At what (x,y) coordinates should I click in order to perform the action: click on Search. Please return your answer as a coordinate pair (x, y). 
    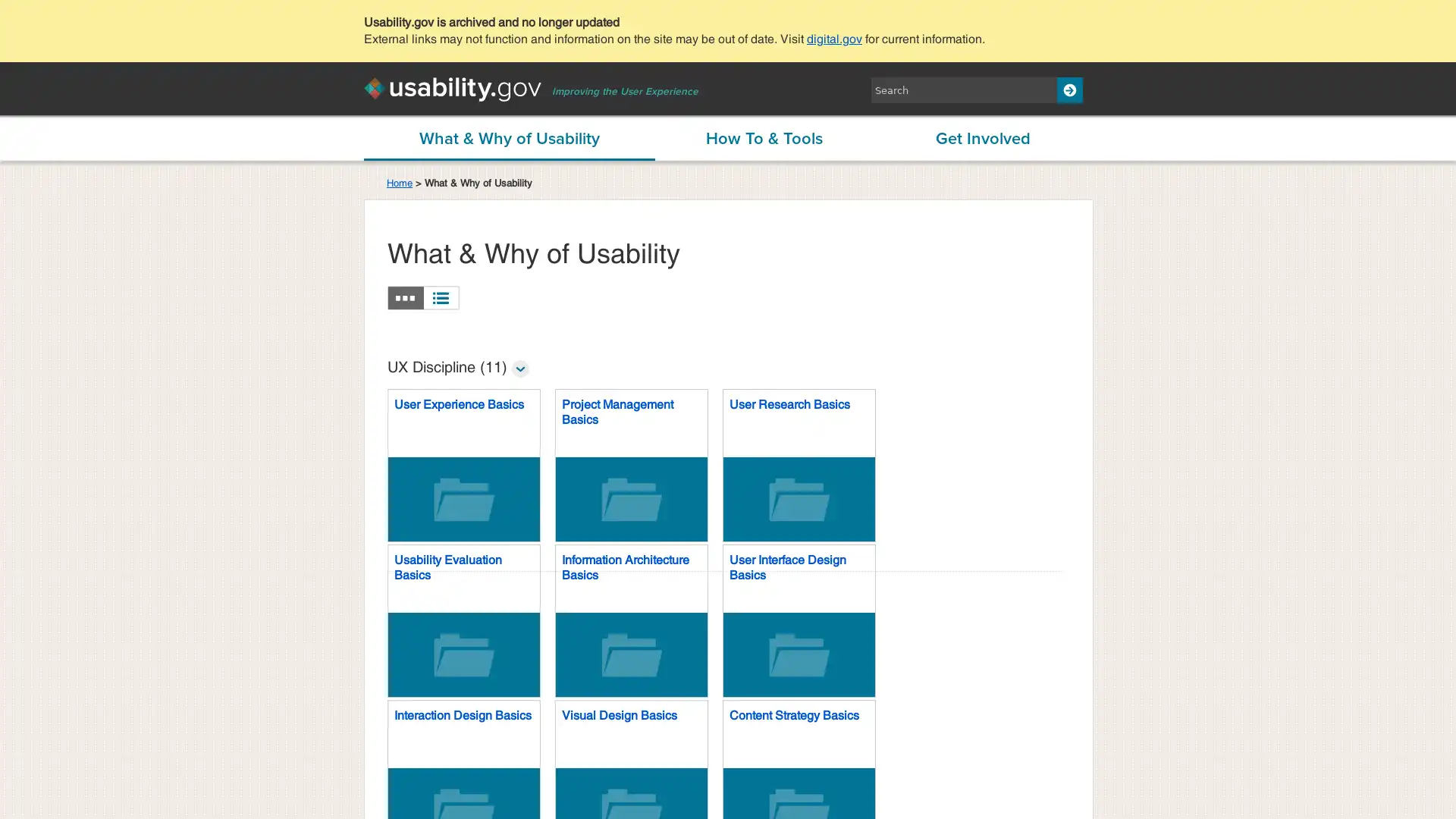
    Looking at the image, I should click on (1069, 90).